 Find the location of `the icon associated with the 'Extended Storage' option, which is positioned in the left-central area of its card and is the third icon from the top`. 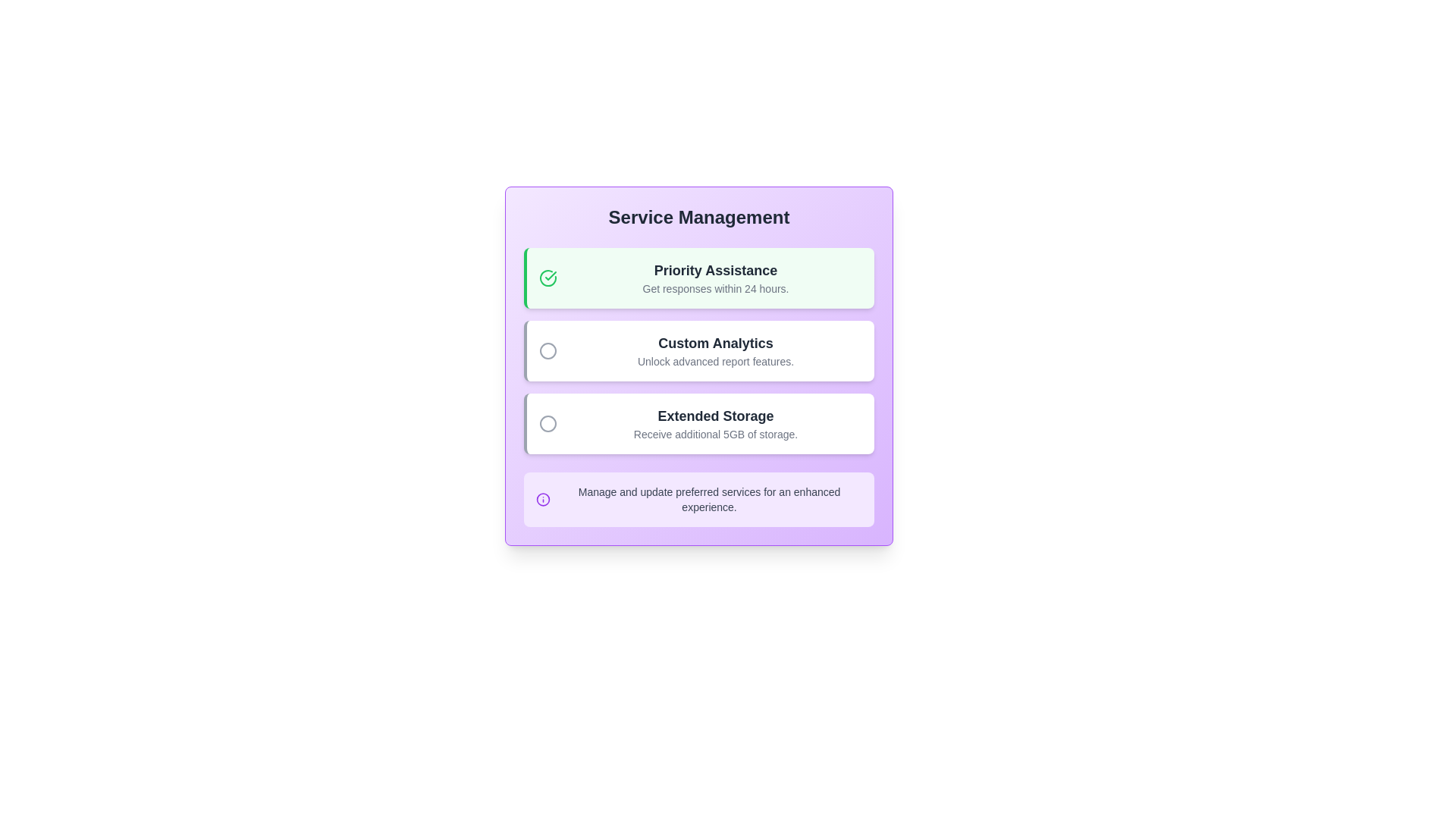

the icon associated with the 'Extended Storage' option, which is positioned in the left-central area of its card and is the third icon from the top is located at coordinates (548, 424).